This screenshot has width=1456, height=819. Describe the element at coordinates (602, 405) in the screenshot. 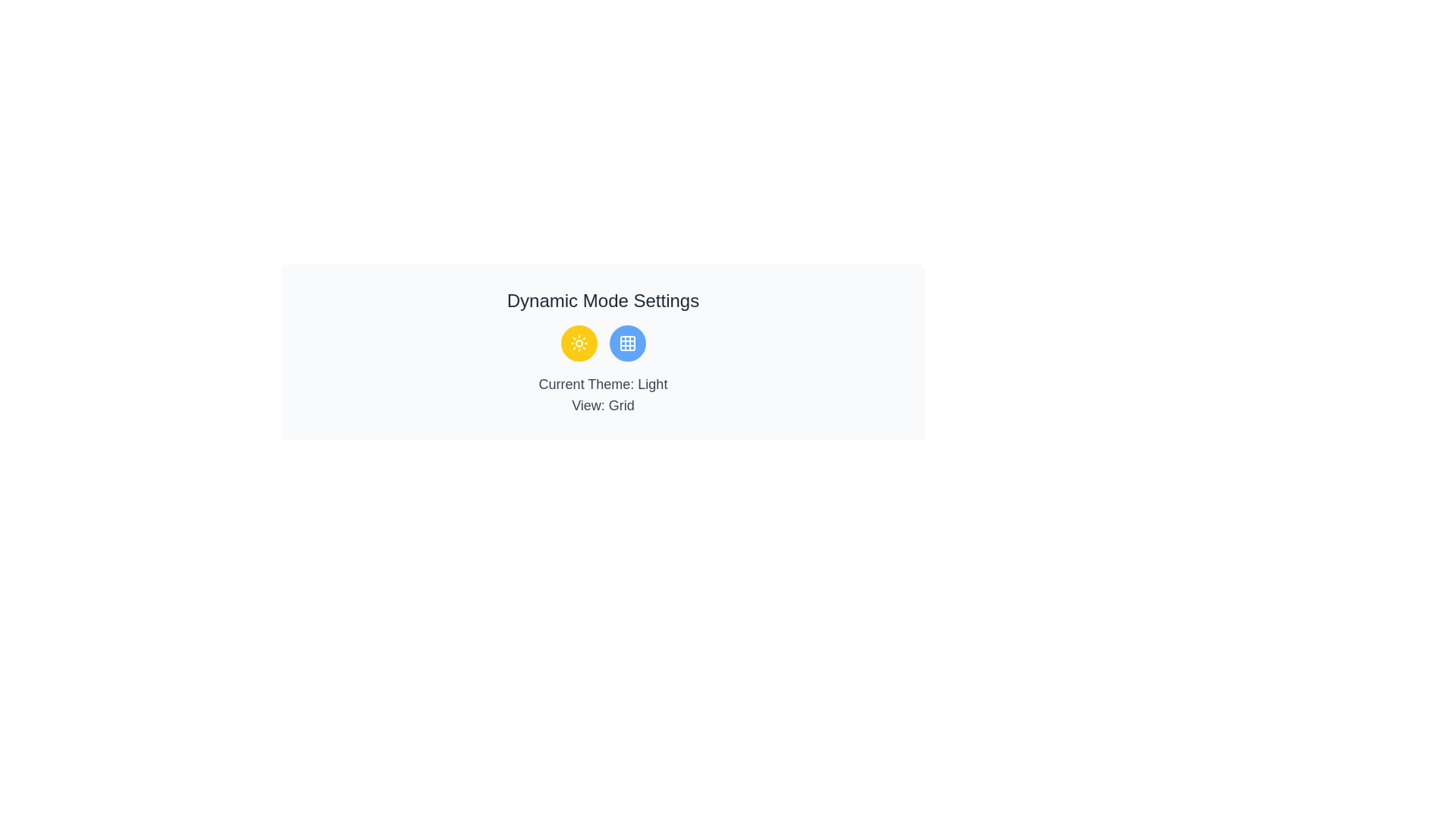

I see `the text label displaying 'View: Grid' which is positioned below 'Current Theme: Light' in a clean layout` at that location.